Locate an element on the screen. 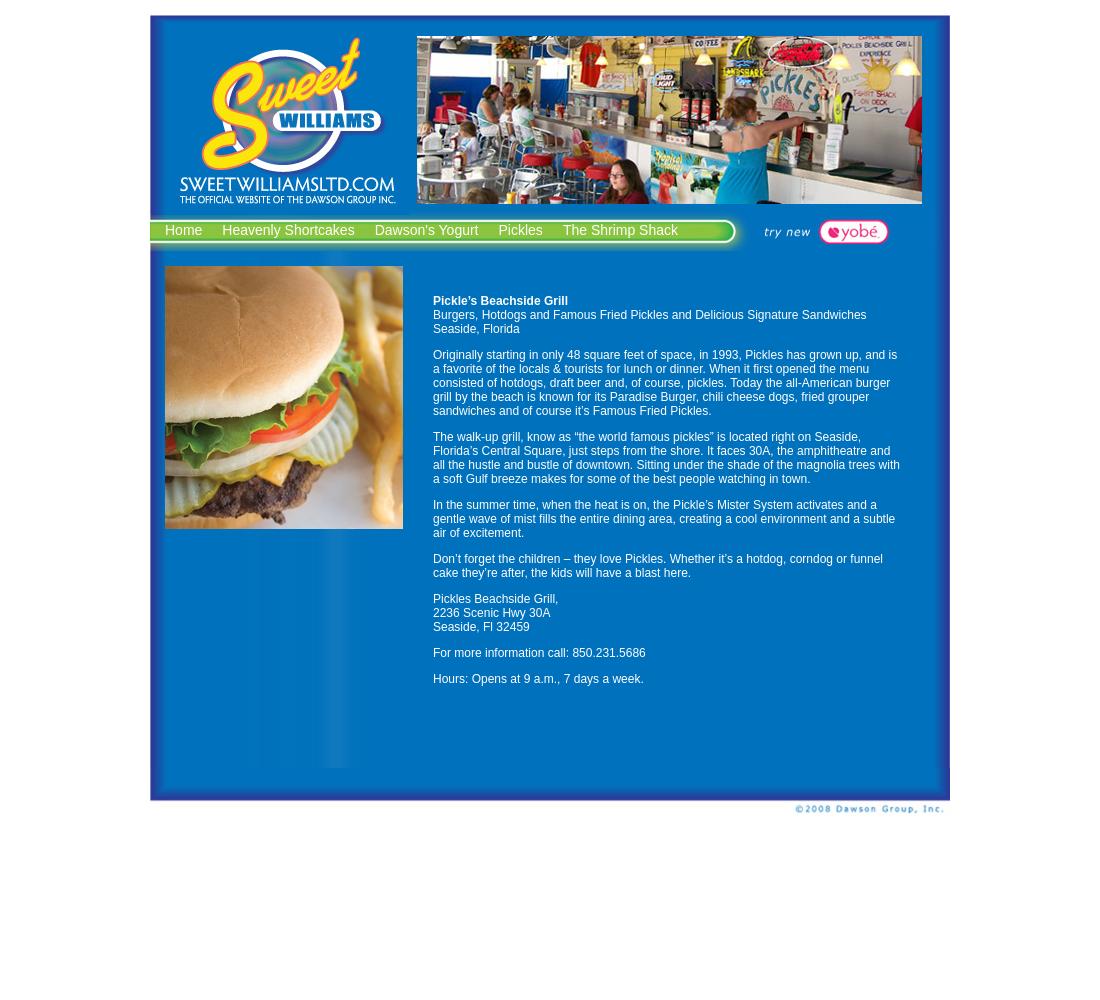 This screenshot has height=1000, width=1100. '2236 Scenic Hwy 30A' is located at coordinates (491, 612).